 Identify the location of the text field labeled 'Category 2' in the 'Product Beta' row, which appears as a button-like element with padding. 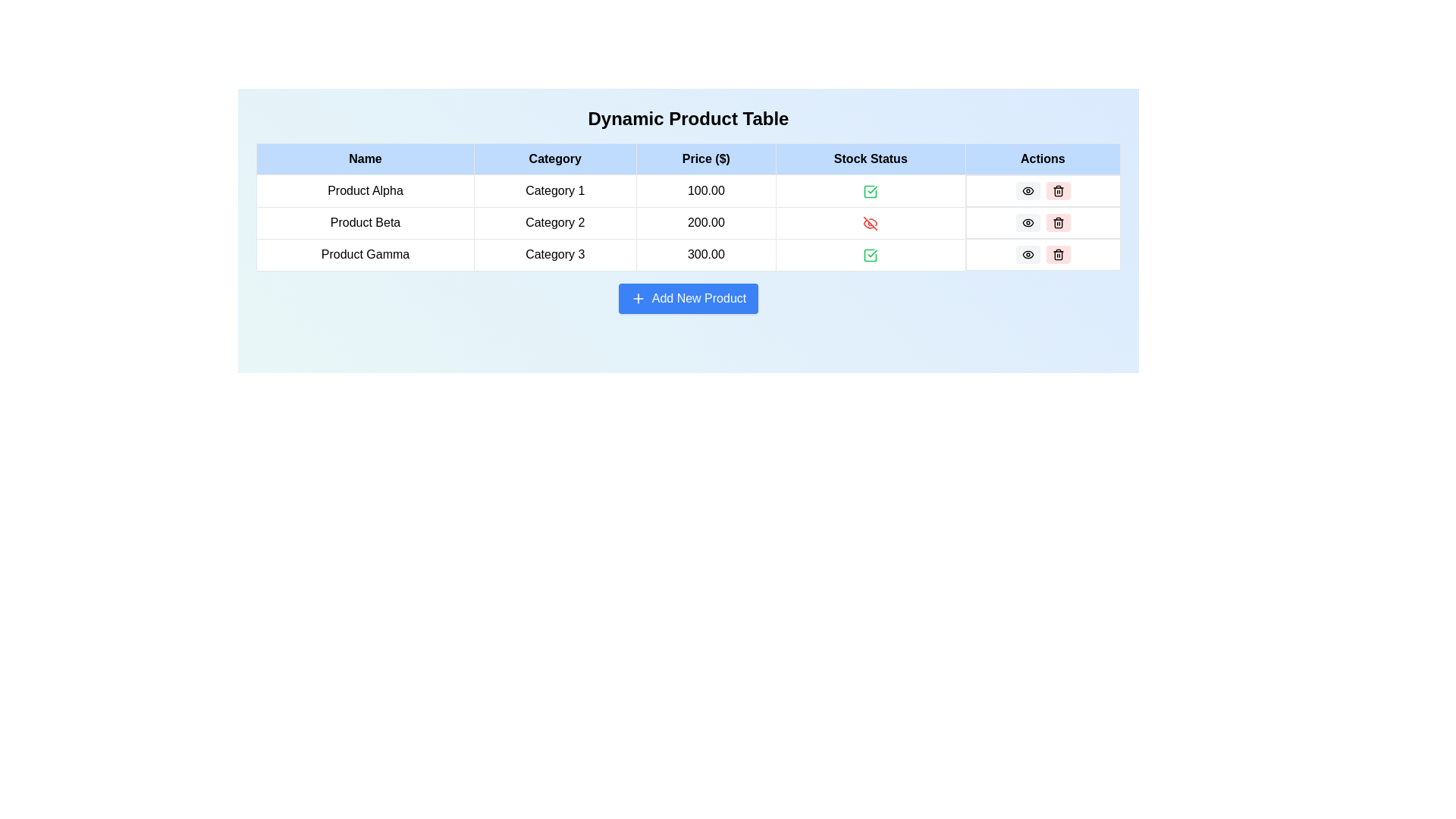
(554, 222).